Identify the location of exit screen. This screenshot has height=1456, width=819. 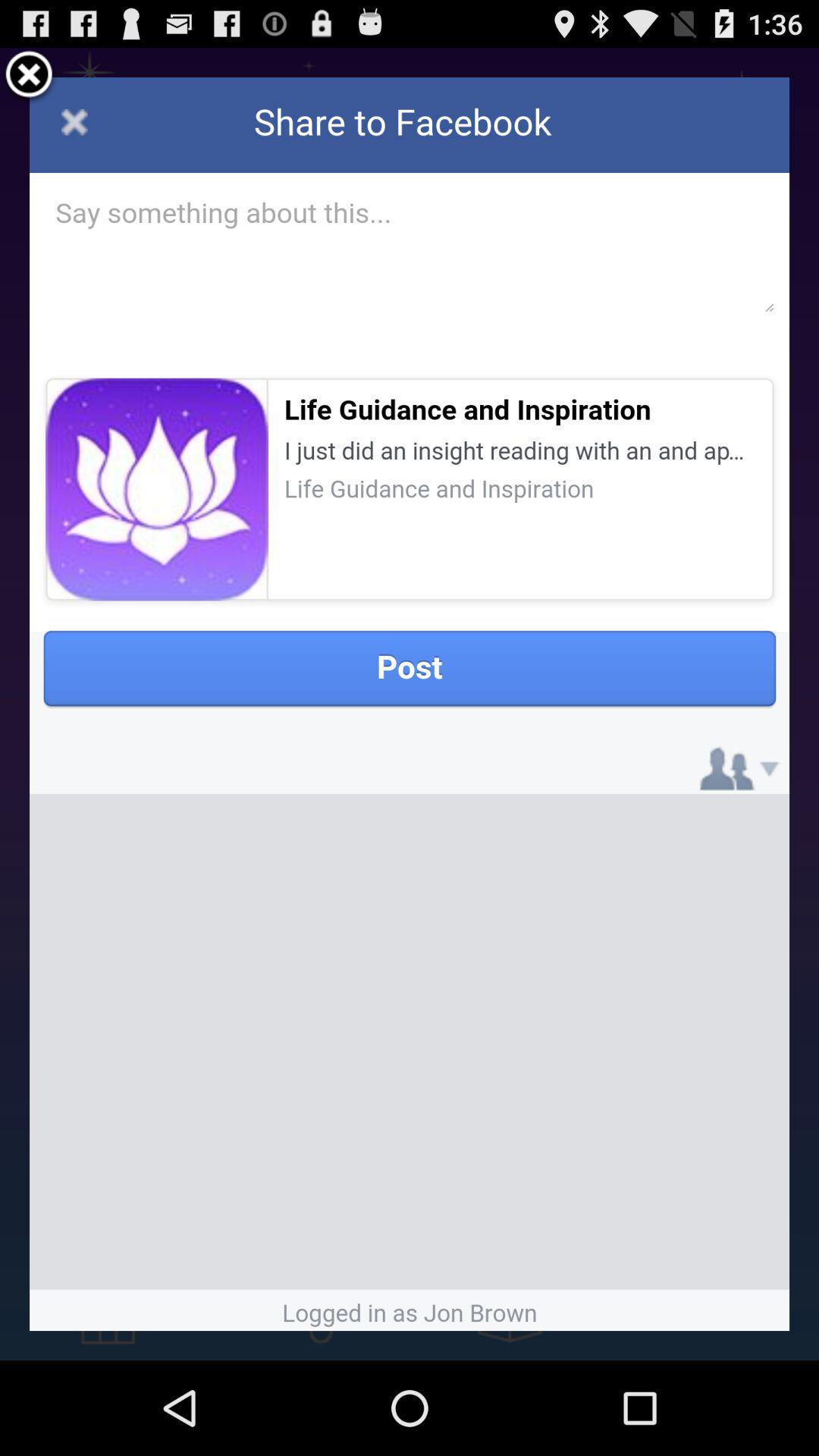
(29, 76).